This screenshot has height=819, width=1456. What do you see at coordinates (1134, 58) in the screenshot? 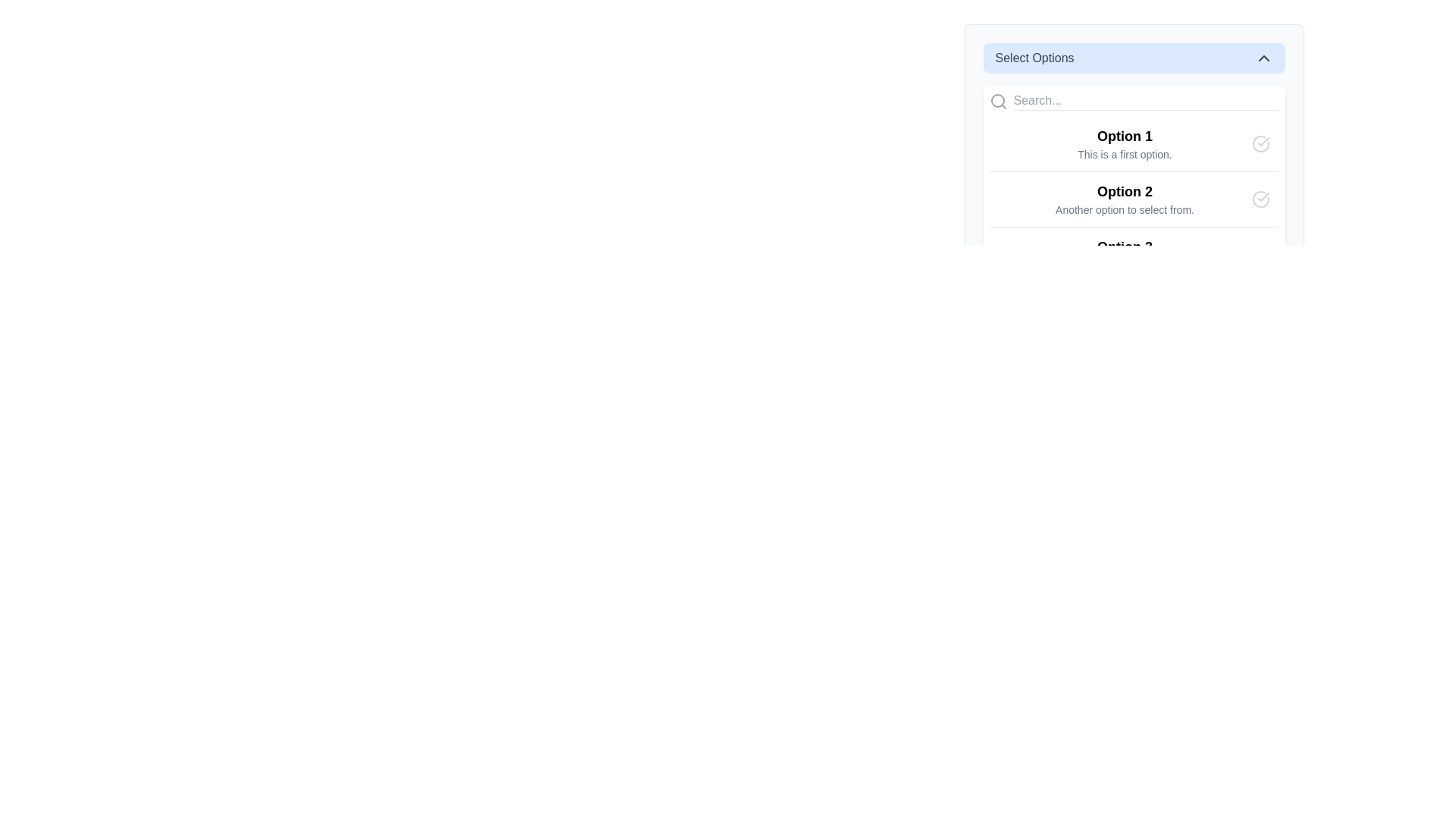
I see `the Dropdown Button labeled 'Select Options' with a light blue background` at bounding box center [1134, 58].